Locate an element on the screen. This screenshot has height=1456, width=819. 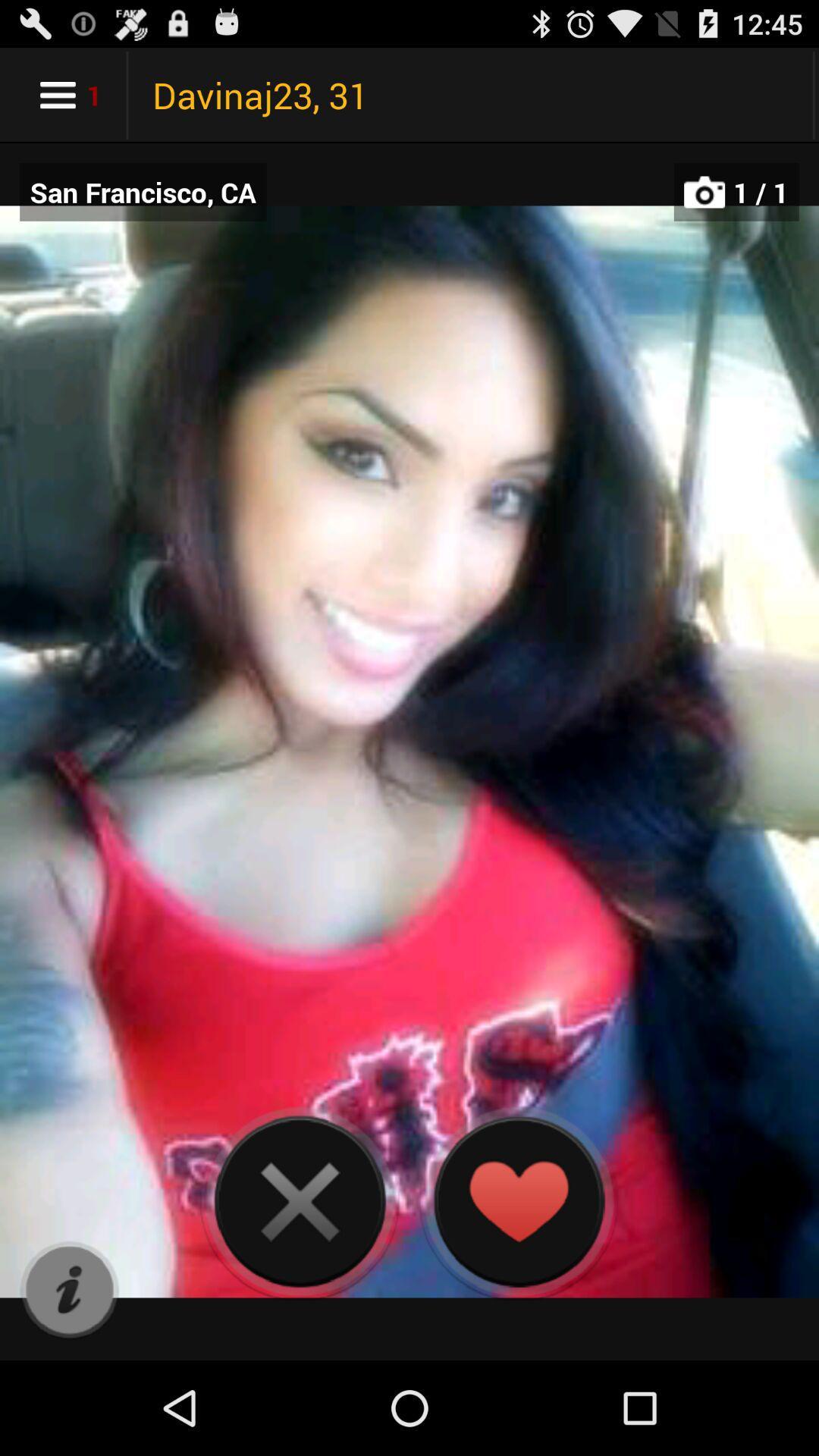
dislike button is located at coordinates (300, 1200).